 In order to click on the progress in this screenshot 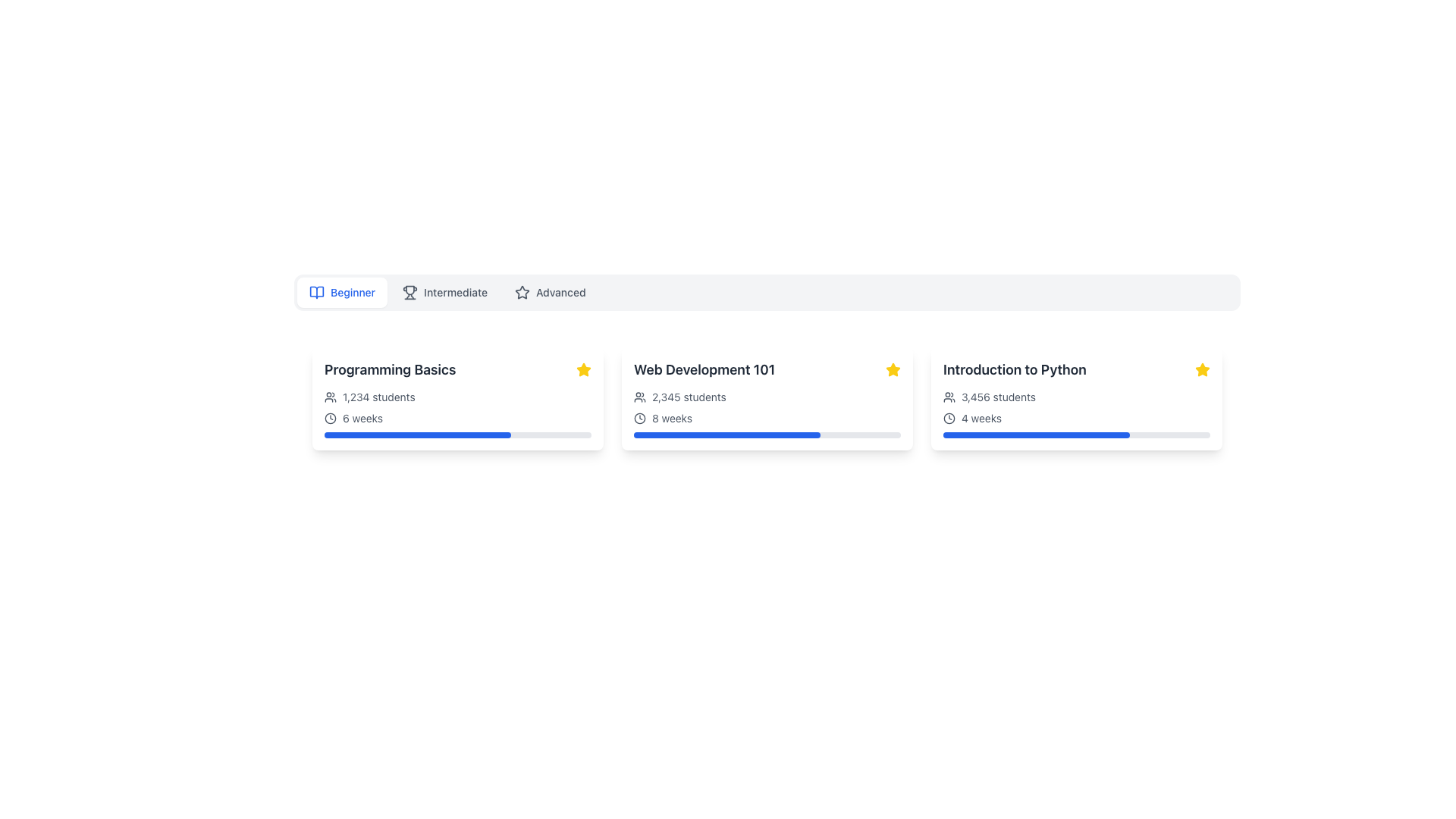, I will do `click(558, 435)`.